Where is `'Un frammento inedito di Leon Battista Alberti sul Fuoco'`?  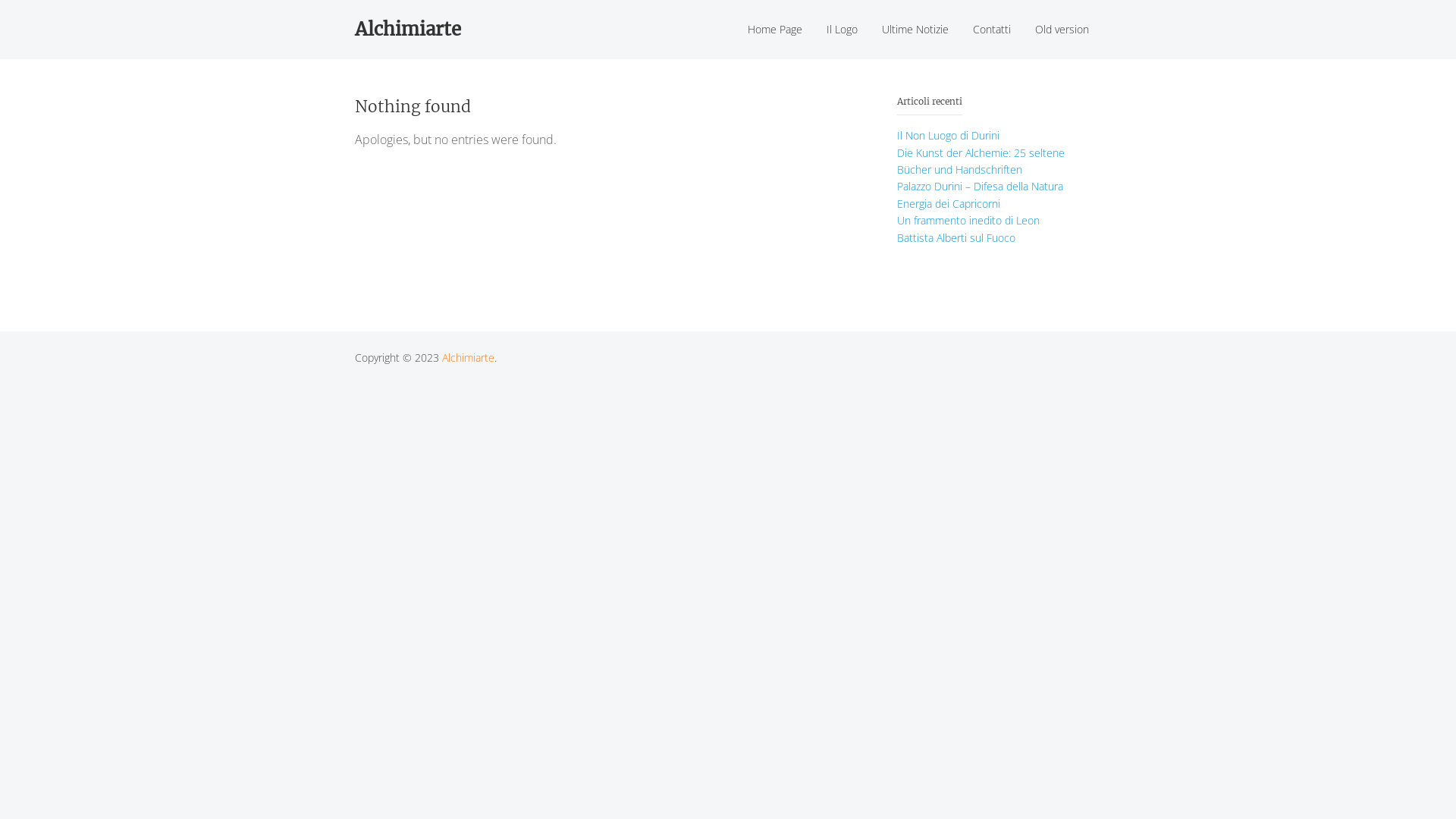 'Un frammento inedito di Leon Battista Alberti sul Fuoco' is located at coordinates (967, 228).